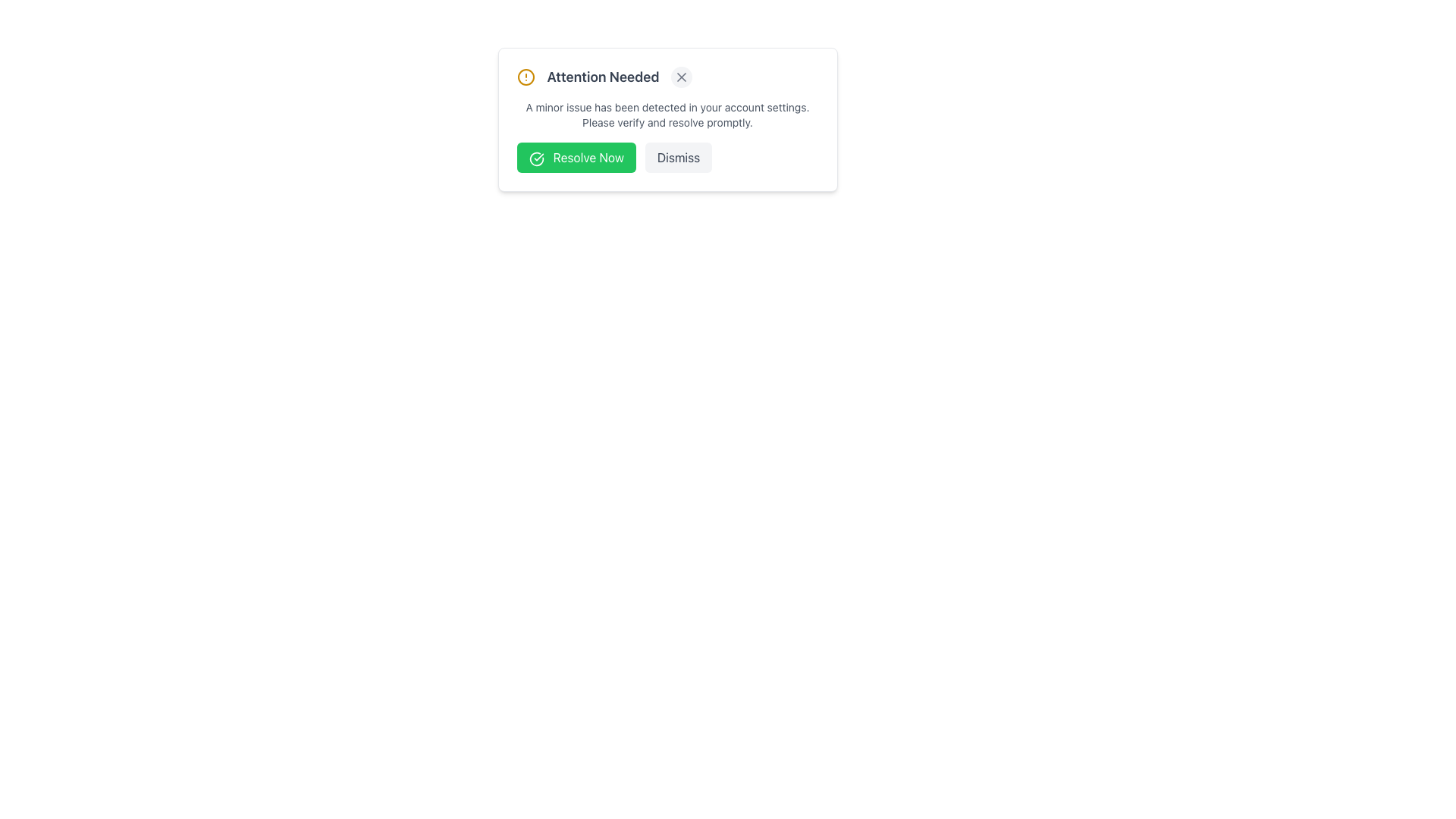  Describe the element at coordinates (678, 158) in the screenshot. I see `the dismiss button located in the bottom-right section of the notification card, next to the 'Resolve Now' button` at that location.